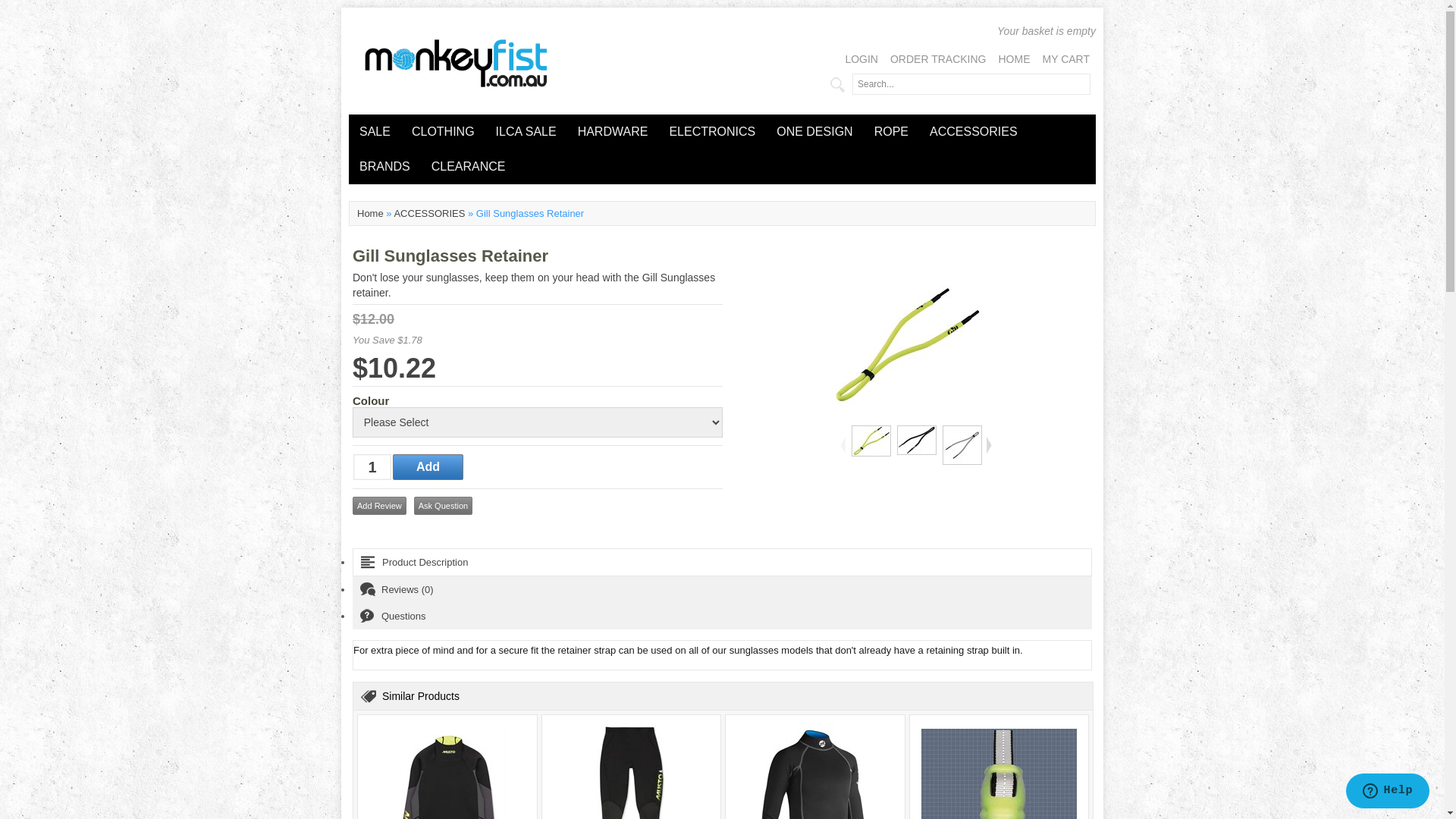 The width and height of the screenshot is (1456, 819). Describe the element at coordinates (1345, 792) in the screenshot. I see `'Opens a widget where you can chat to one of our agents'` at that location.